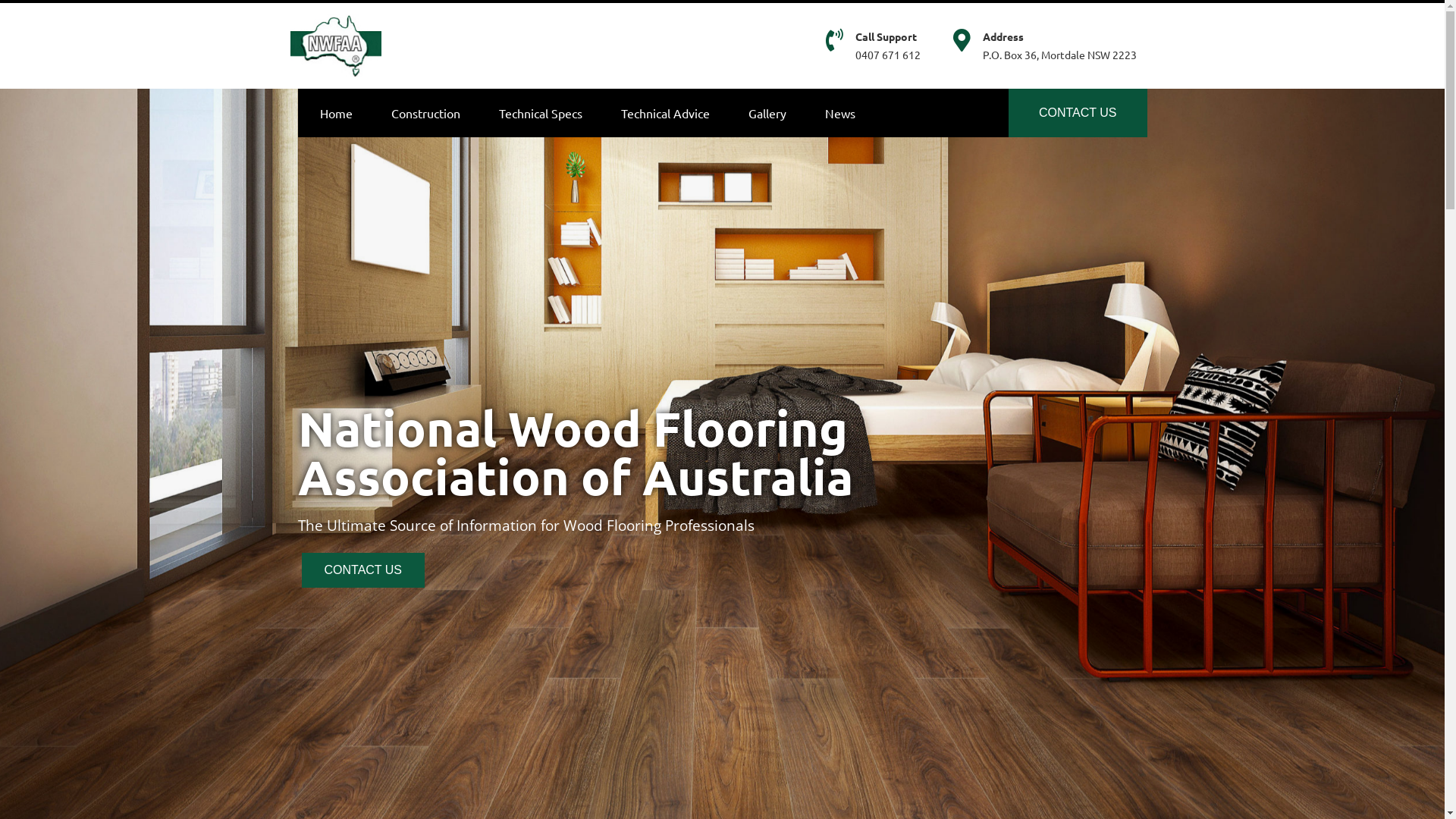 This screenshot has height=819, width=1456. Describe the element at coordinates (767, 111) in the screenshot. I see `'Gallery'` at that location.